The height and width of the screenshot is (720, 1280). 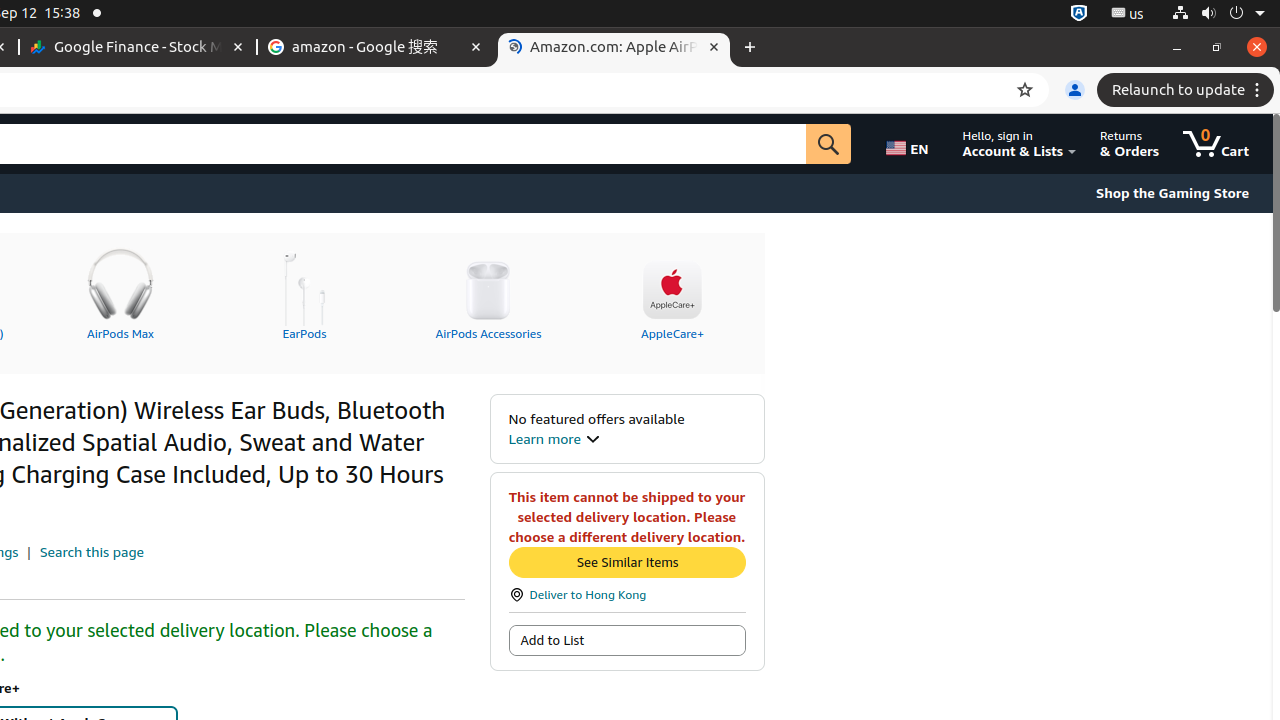 What do you see at coordinates (625, 562) in the screenshot?
I see `'See Similar Items'` at bounding box center [625, 562].